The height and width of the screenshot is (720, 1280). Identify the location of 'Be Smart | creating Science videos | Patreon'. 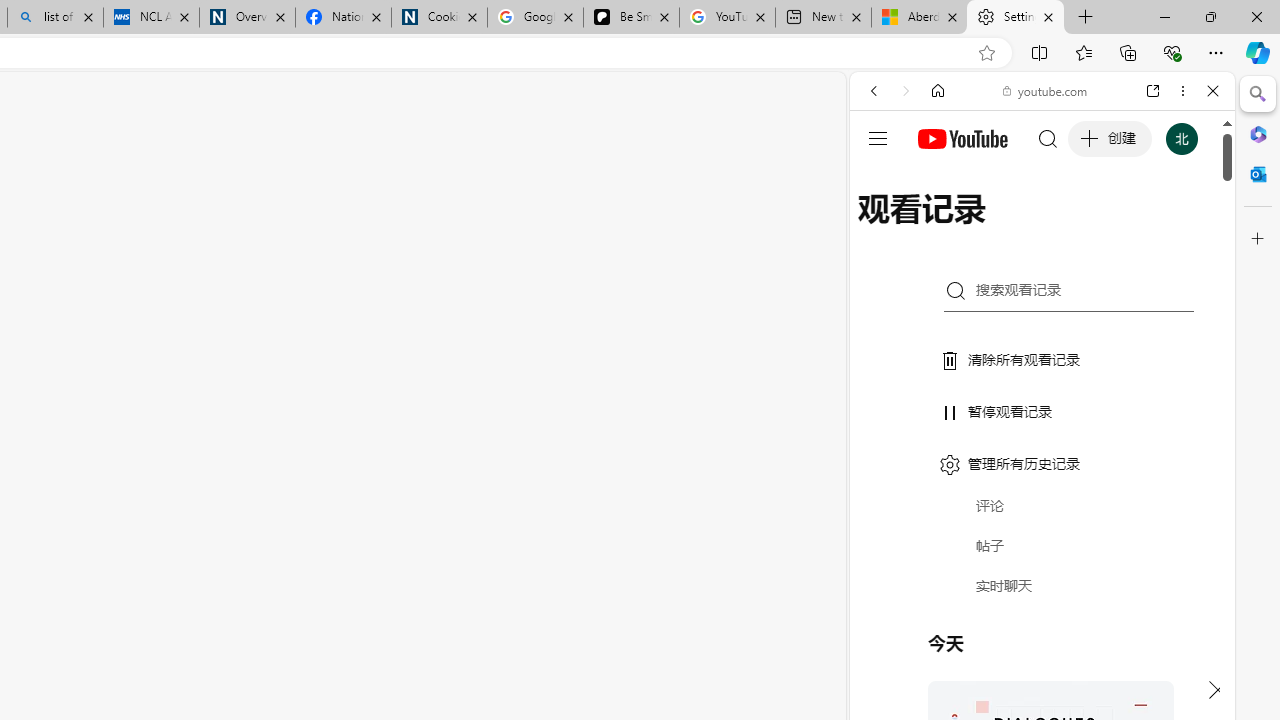
(630, 17).